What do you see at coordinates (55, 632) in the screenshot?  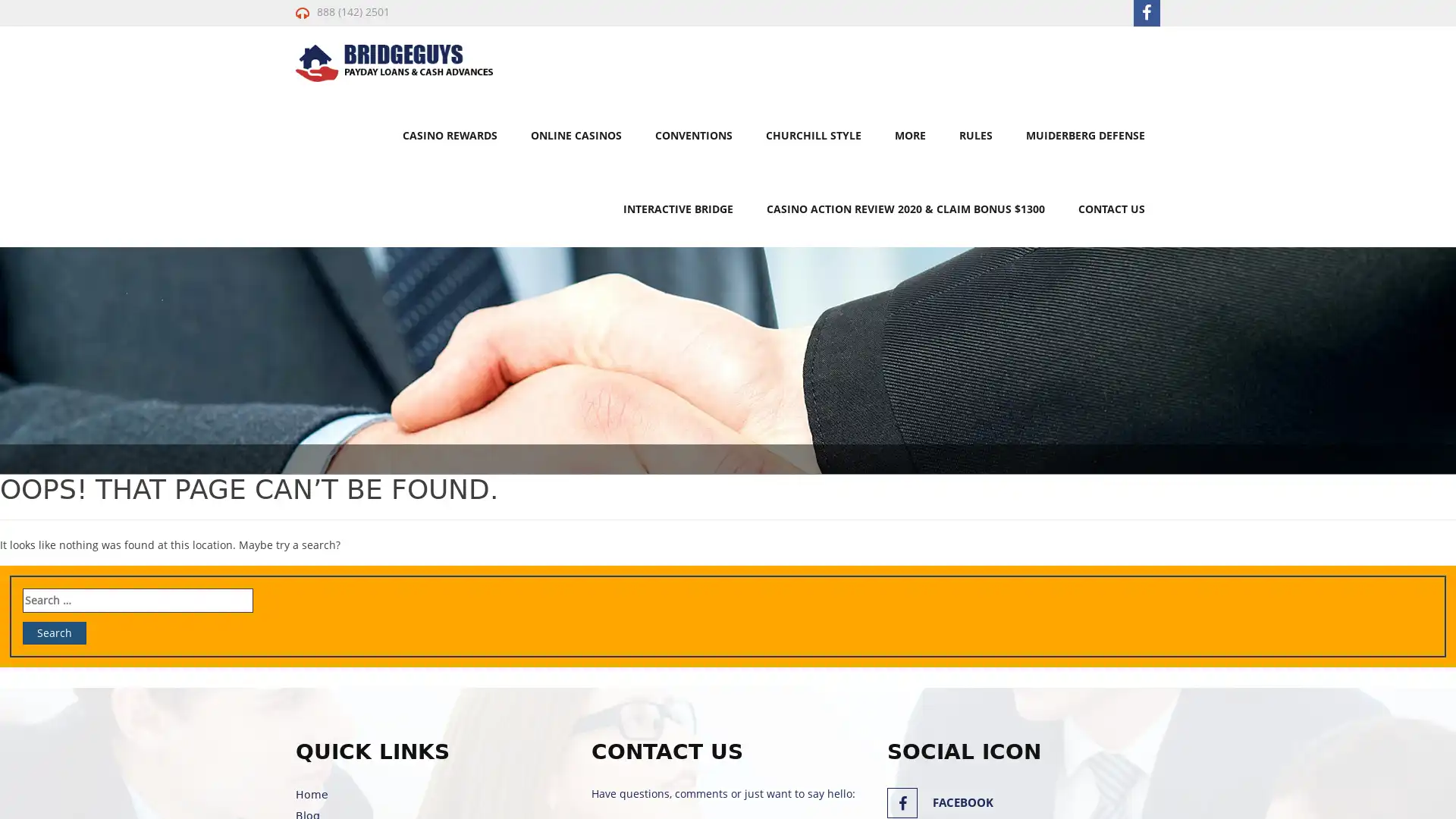 I see `Search` at bounding box center [55, 632].